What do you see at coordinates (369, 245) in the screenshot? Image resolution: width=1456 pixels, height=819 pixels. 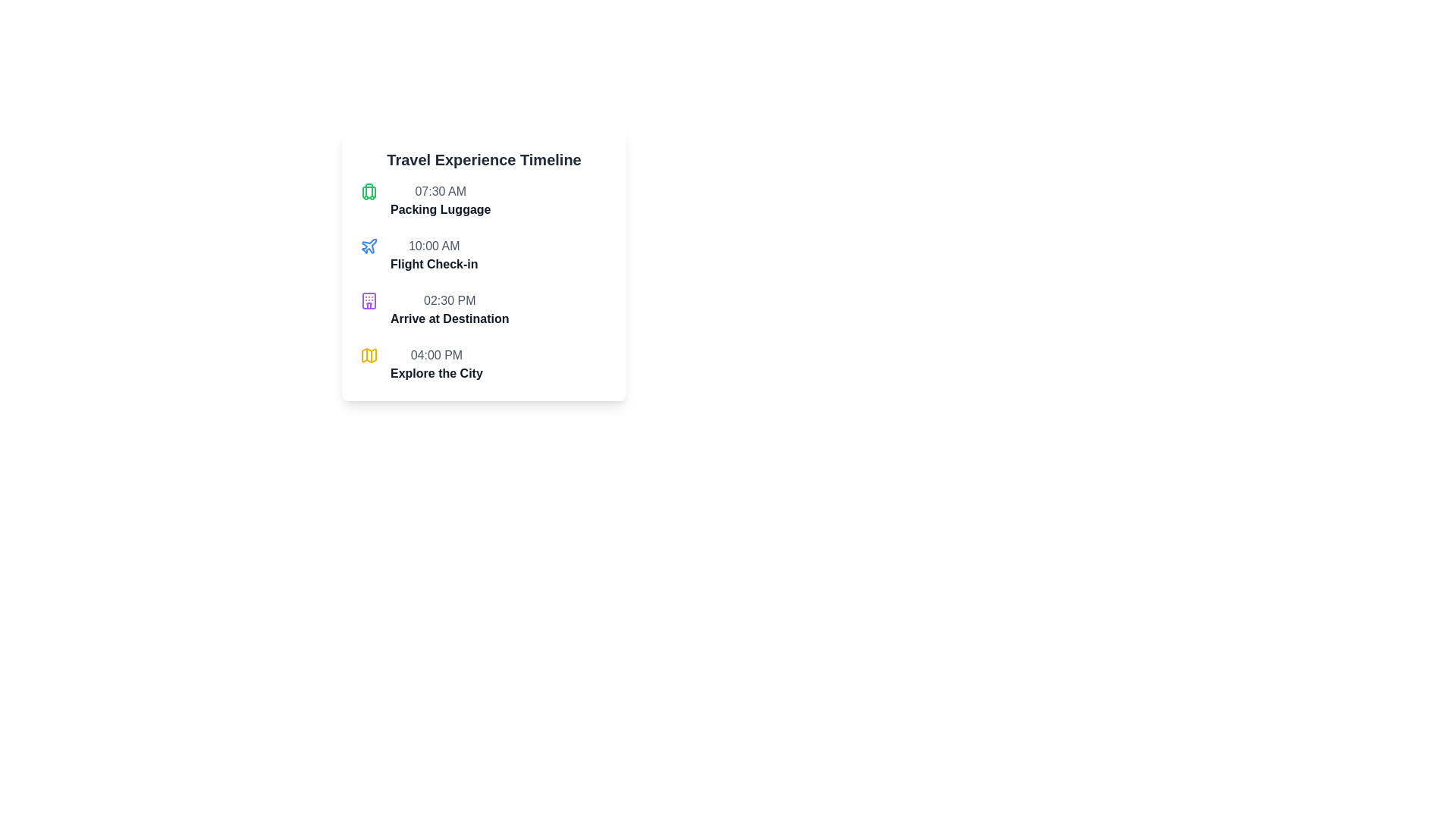 I see `the static visual indicator representing the 'Flight Check-in' event at the leftmost side of the '10:00 AM Flight Check-in' entry in the timeline` at bounding box center [369, 245].